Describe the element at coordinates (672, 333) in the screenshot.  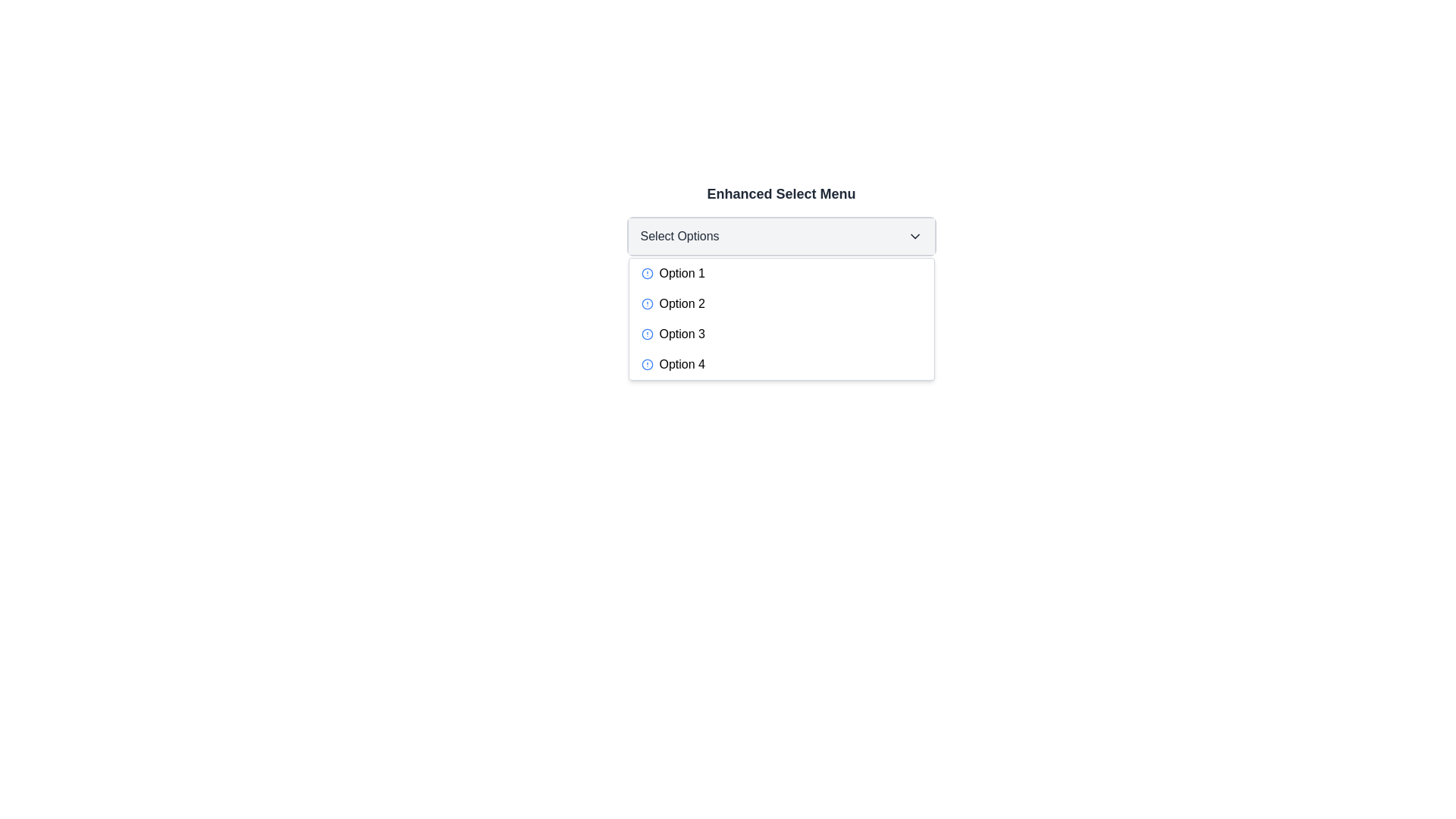
I see `the menu option labeled 'Option 3' with a blue circular icon and an exclamation mark` at that location.